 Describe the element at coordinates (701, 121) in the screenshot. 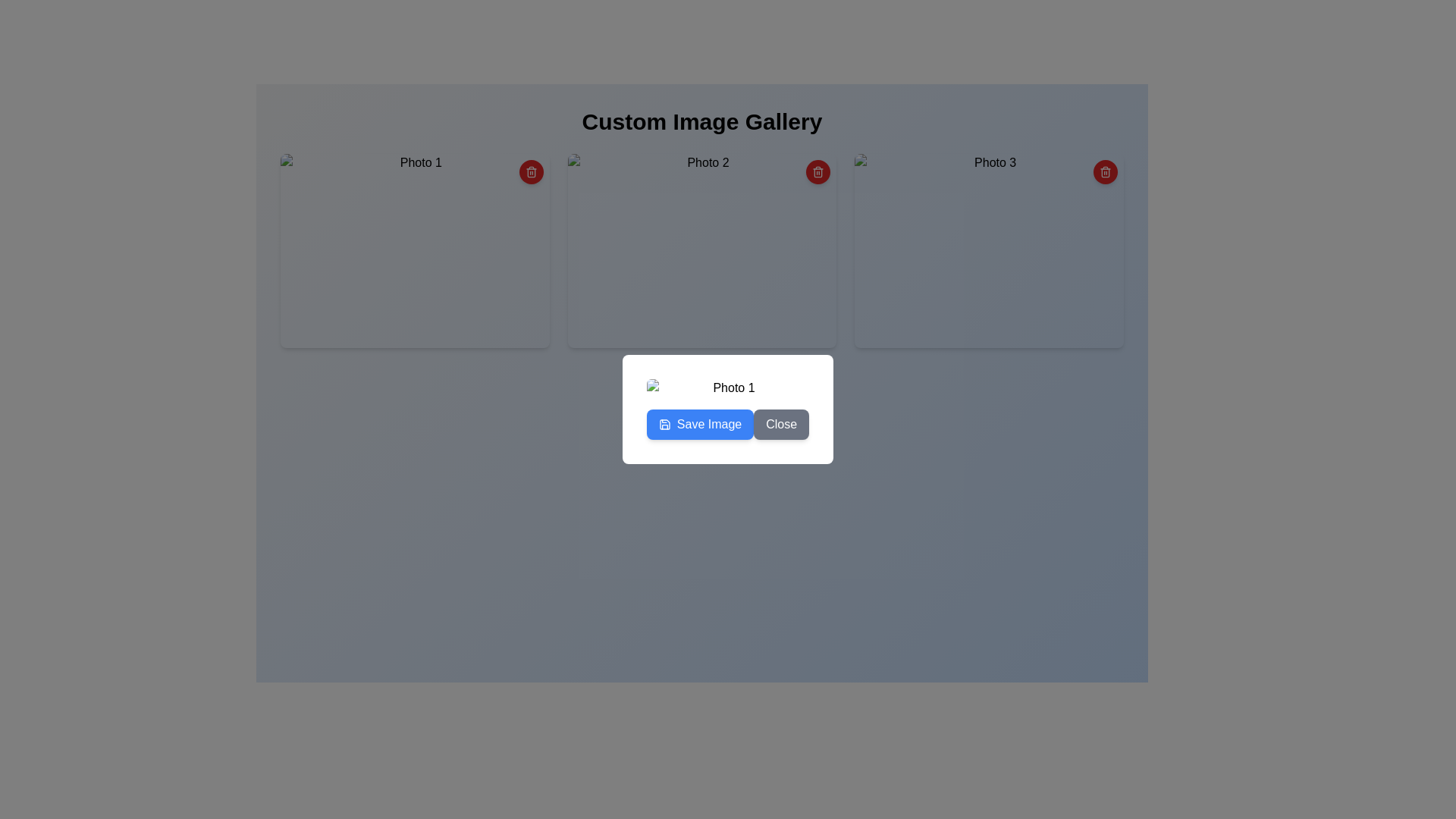

I see `text label that serves as the title or header for the page, positioned at the top center of the layout area` at that location.